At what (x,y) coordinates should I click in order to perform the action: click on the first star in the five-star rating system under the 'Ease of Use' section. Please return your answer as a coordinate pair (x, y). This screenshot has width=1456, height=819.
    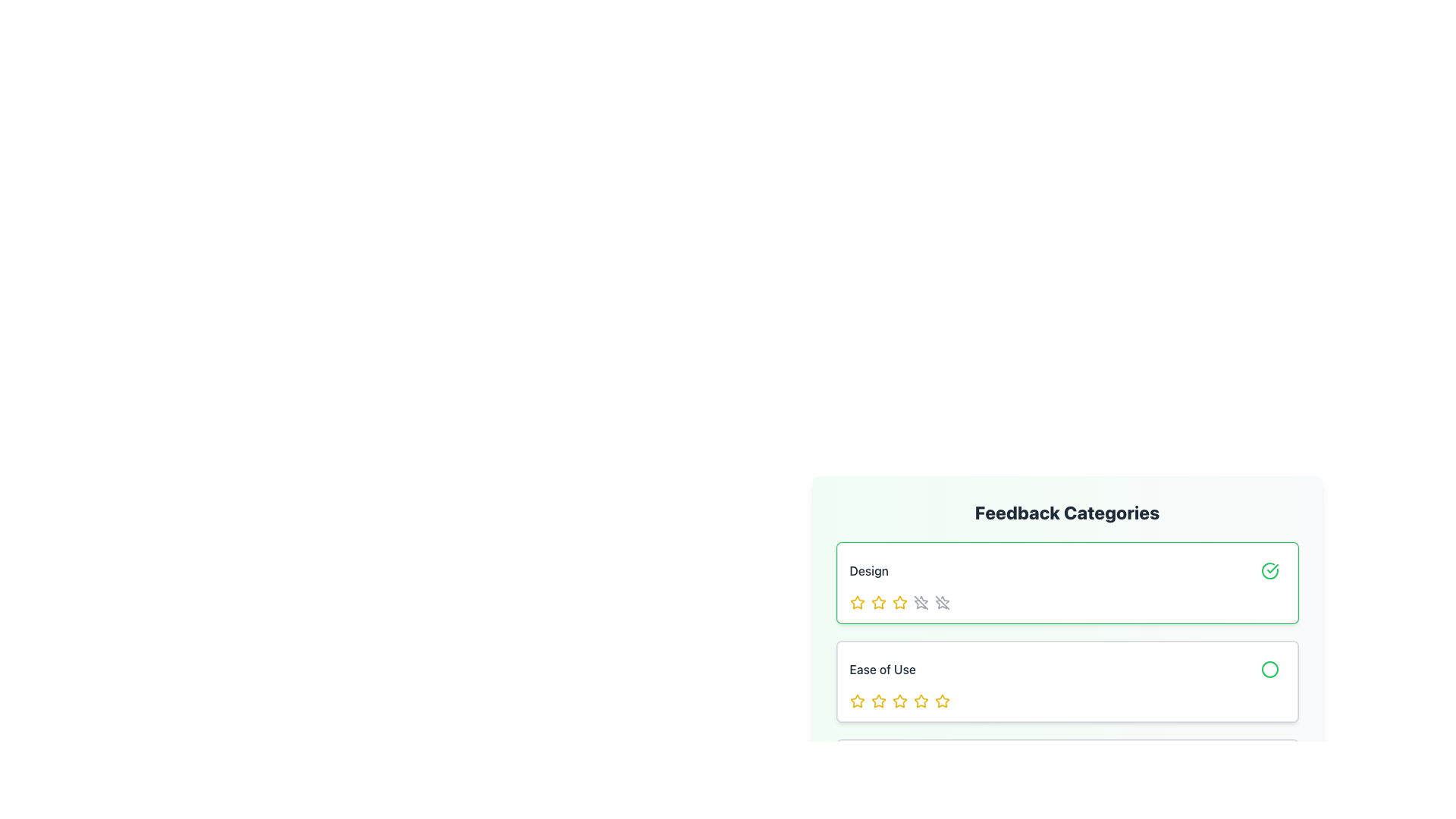
    Looking at the image, I should click on (857, 701).